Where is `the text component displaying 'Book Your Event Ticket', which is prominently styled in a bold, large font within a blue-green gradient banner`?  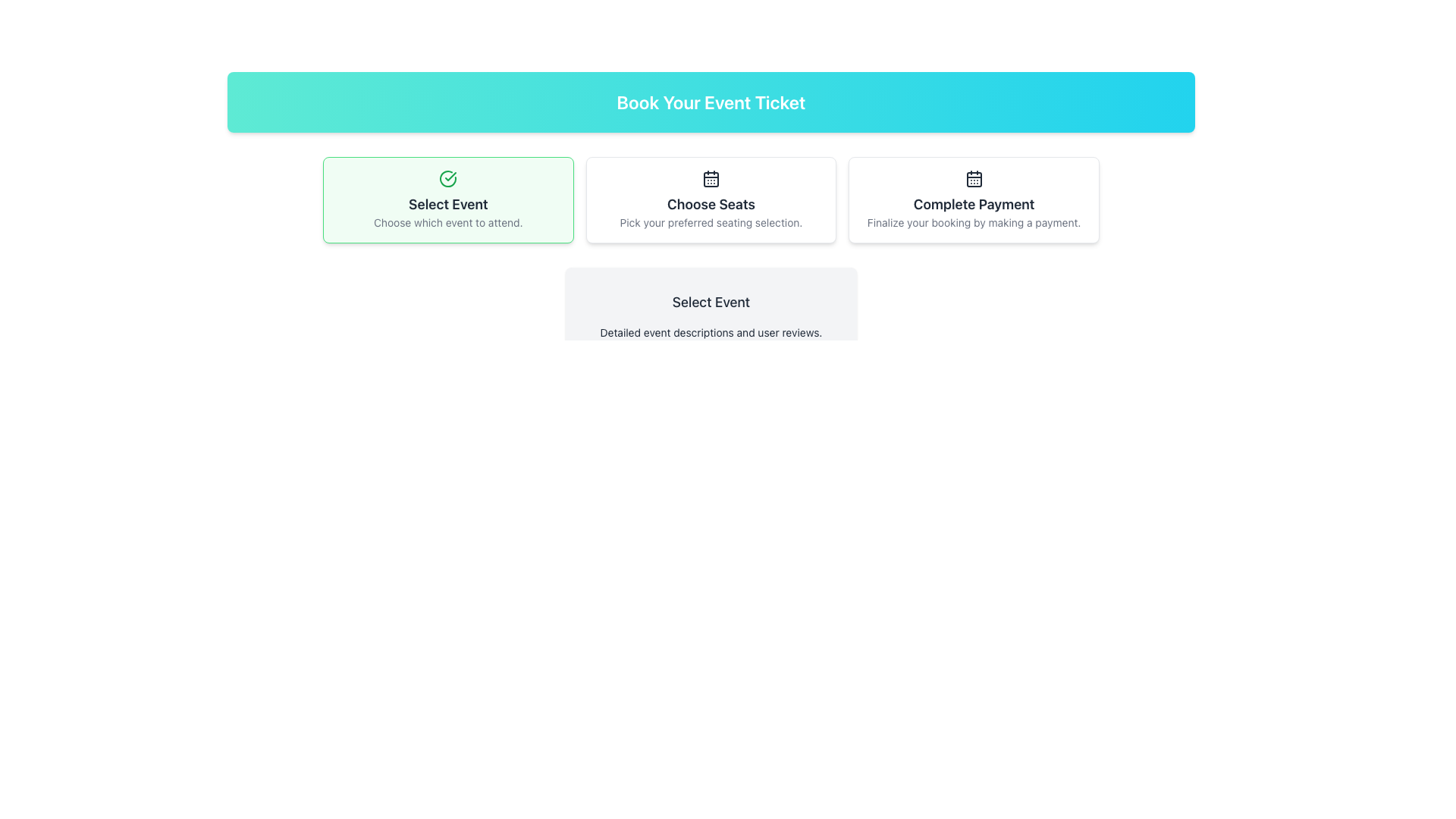 the text component displaying 'Book Your Event Ticket', which is prominently styled in a bold, large font within a blue-green gradient banner is located at coordinates (710, 102).